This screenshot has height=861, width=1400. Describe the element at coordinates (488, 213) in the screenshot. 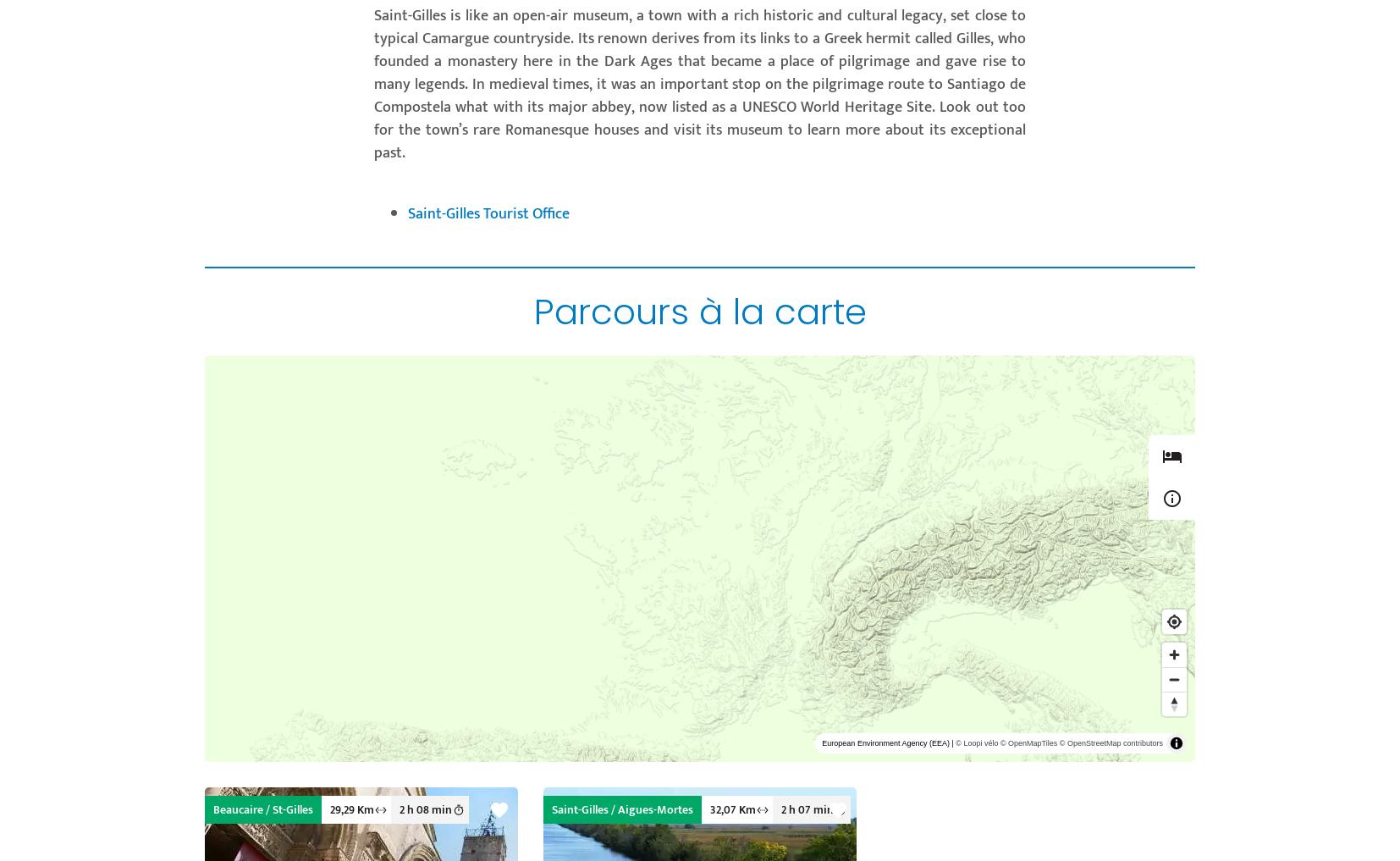

I see `'Saint-Gilles Tourist Office'` at that location.